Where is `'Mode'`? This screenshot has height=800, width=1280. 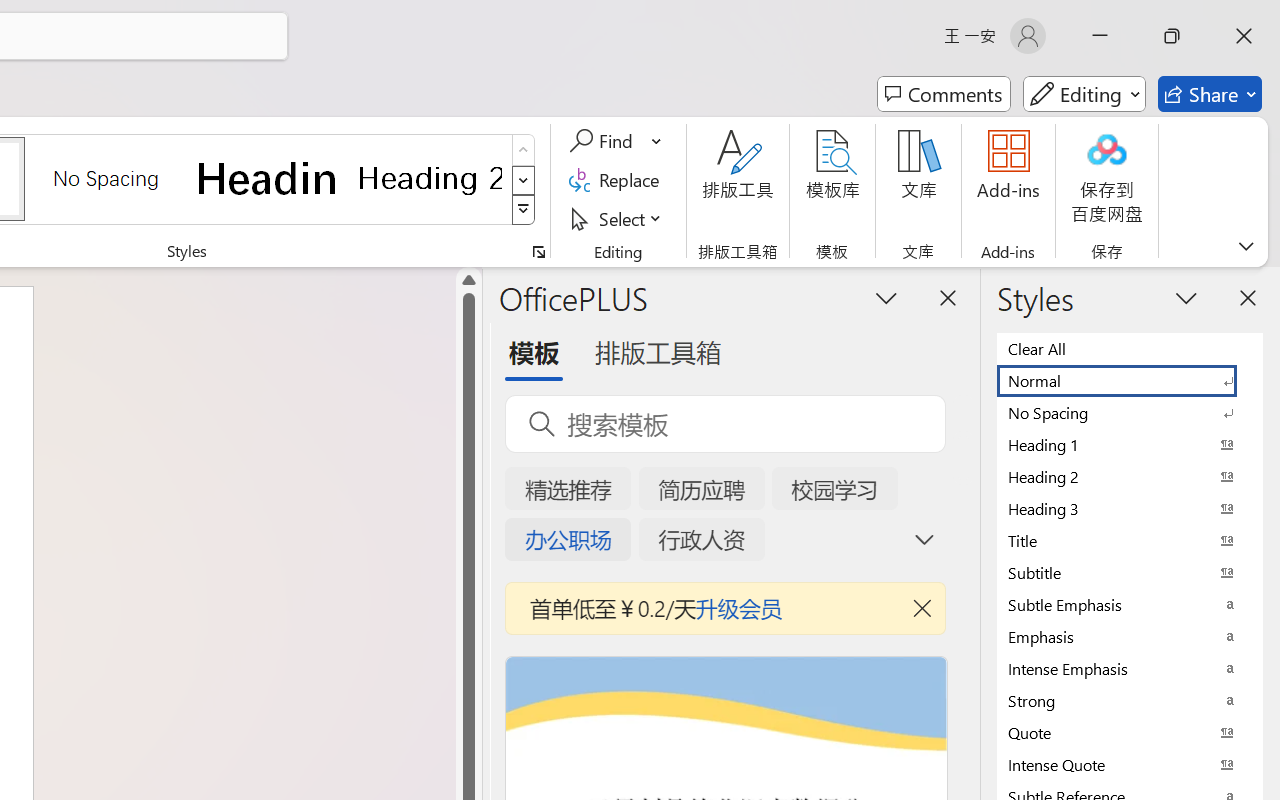 'Mode' is located at coordinates (1083, 94).